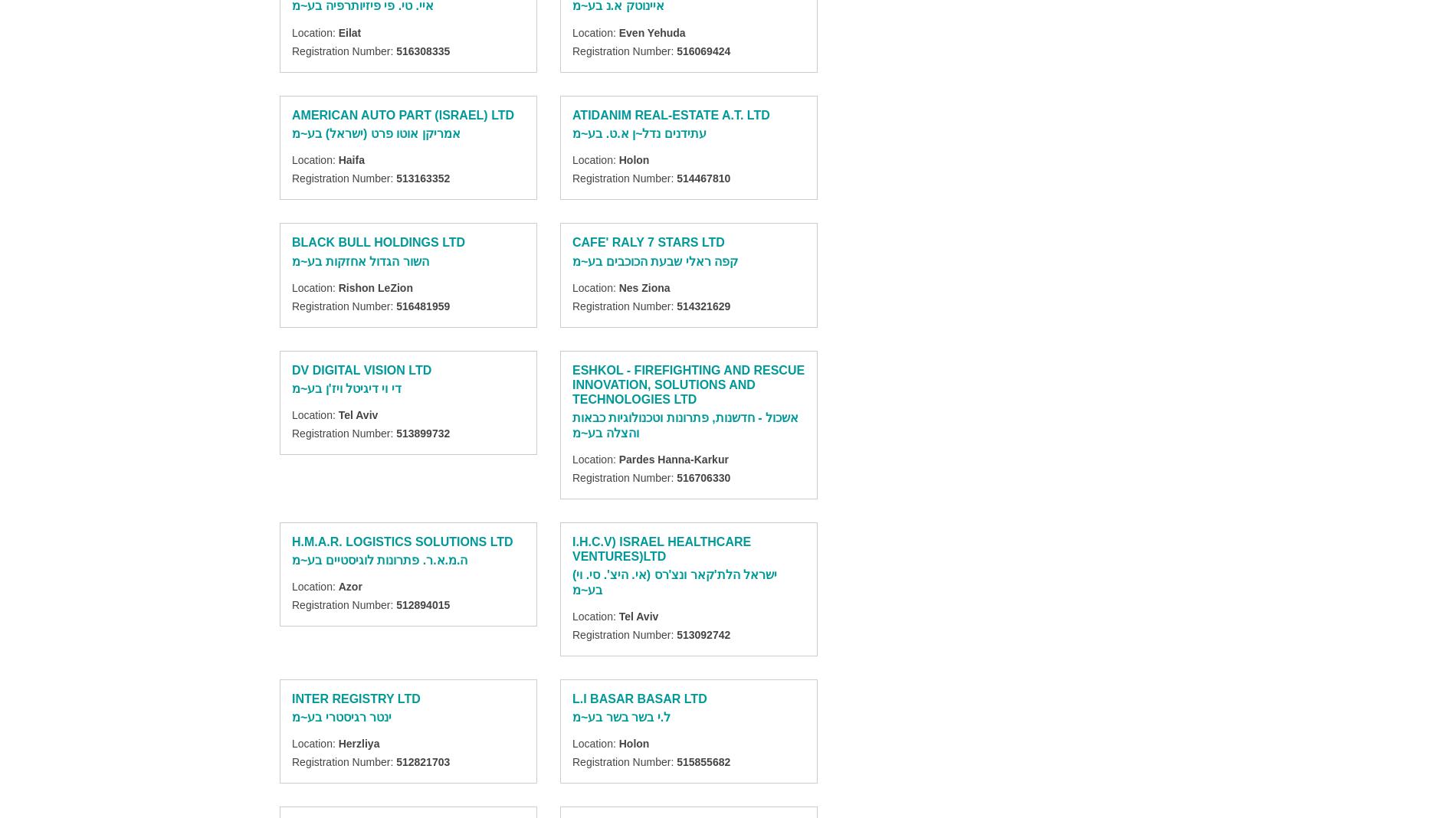 This screenshot has width=1456, height=818. I want to click on 'BLACK BULL HOLDINGS  LTD', so click(379, 241).